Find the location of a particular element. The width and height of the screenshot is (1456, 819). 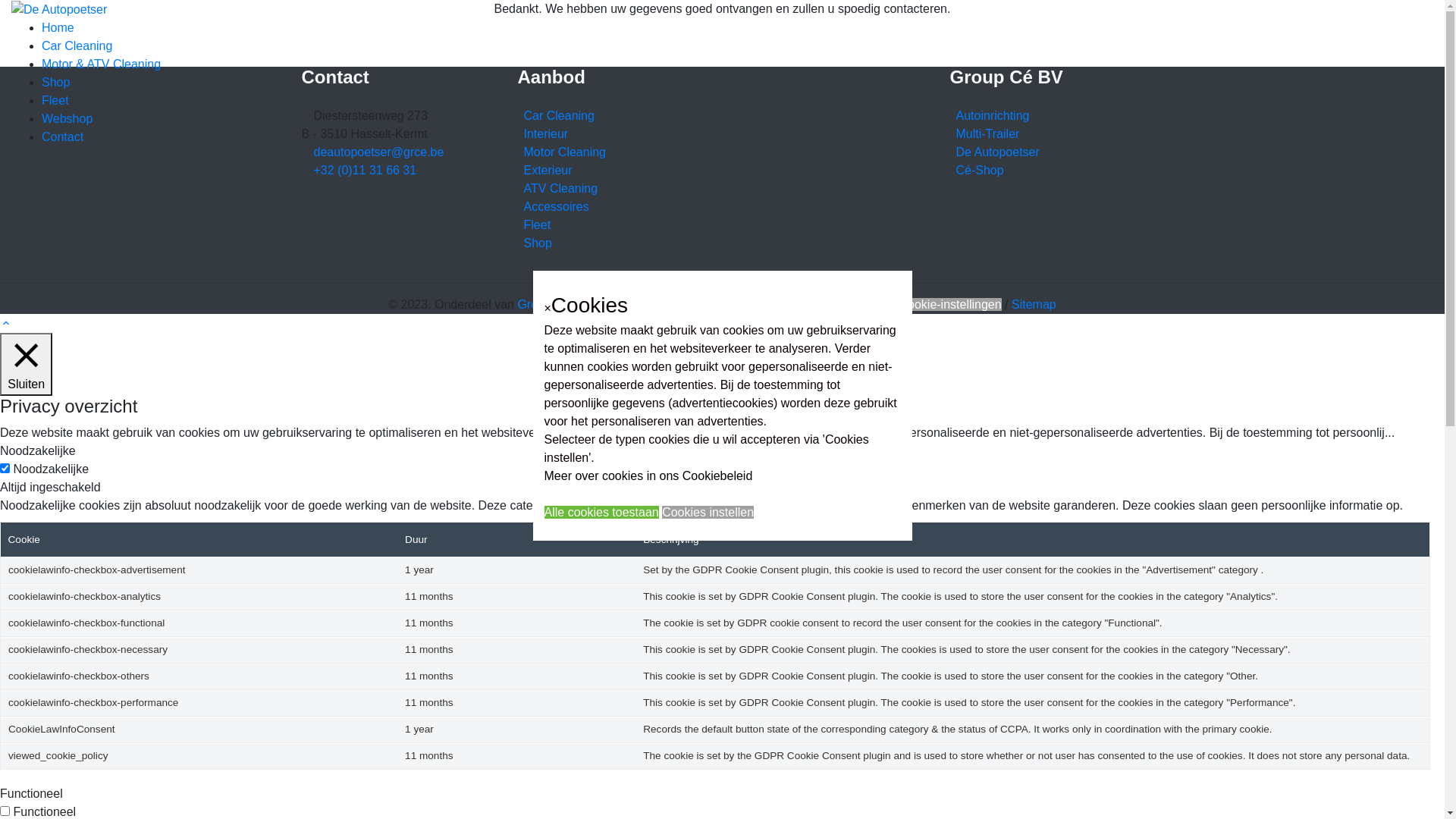

'Accessoires' is located at coordinates (516, 206).